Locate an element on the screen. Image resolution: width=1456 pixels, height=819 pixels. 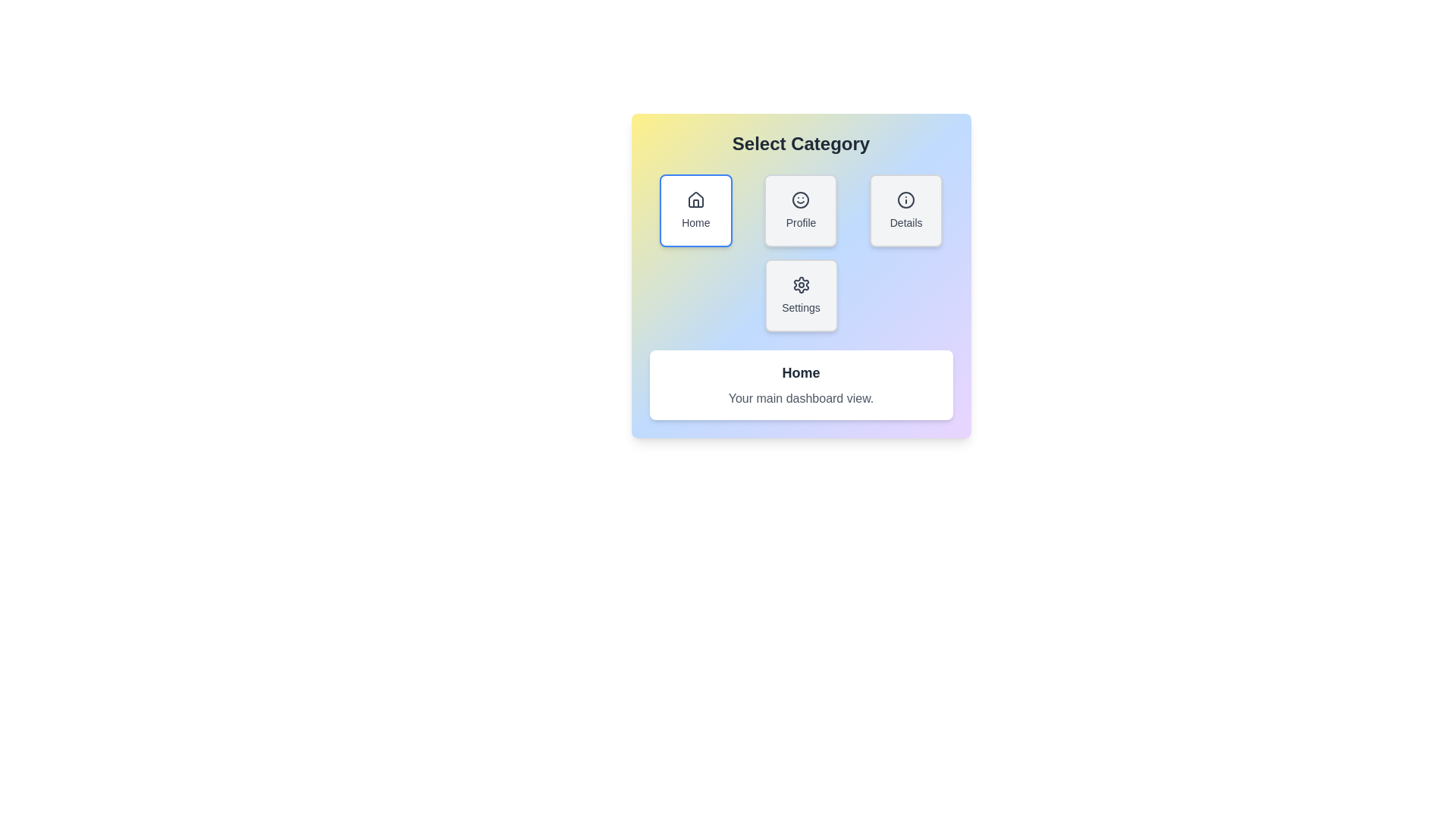
the interactive button-like card labeled 'Settings' located as the fourth item in the horizontal row under 'Select Category' is located at coordinates (800, 295).